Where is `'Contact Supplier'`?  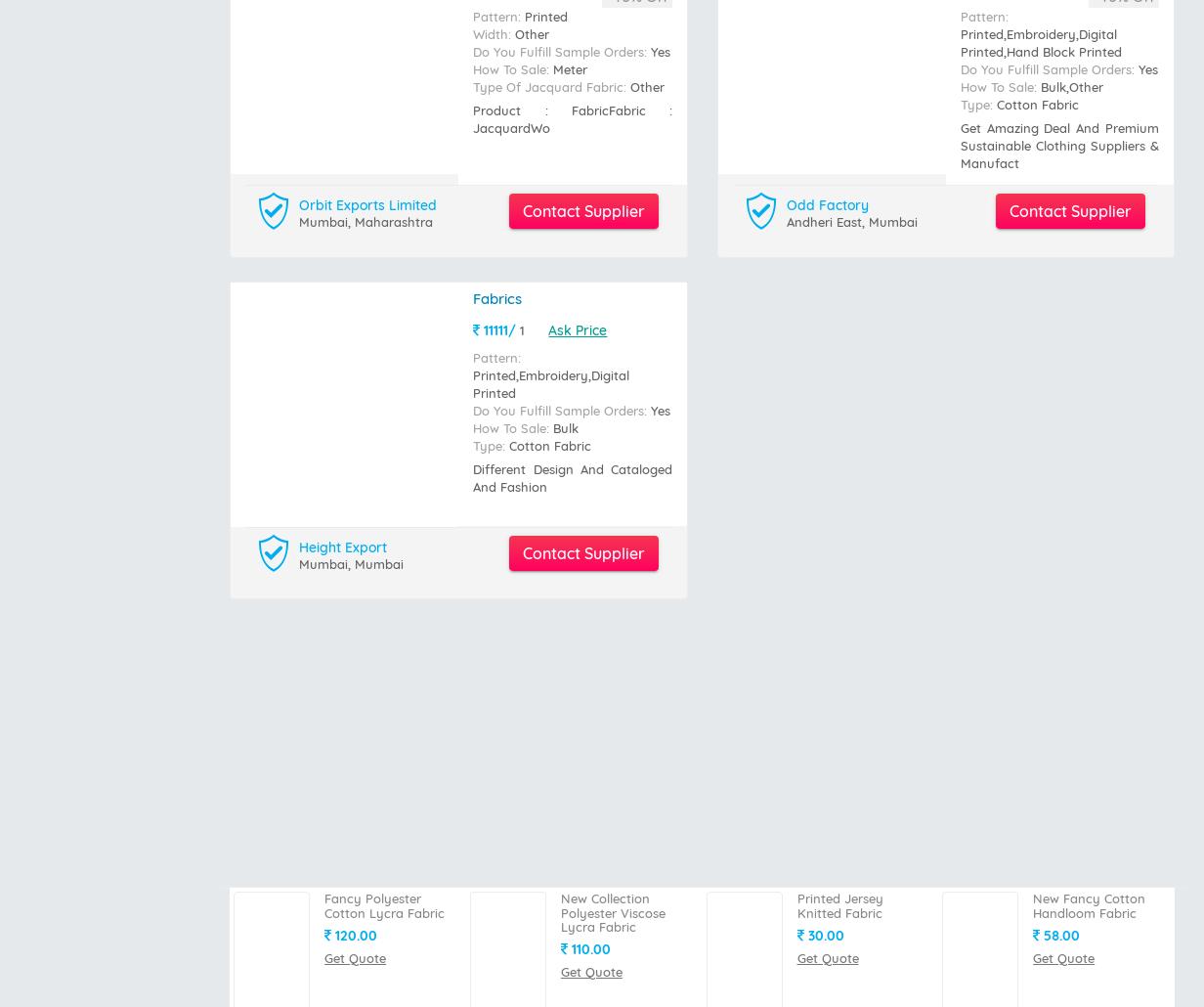 'Contact Supplier' is located at coordinates (582, 121).